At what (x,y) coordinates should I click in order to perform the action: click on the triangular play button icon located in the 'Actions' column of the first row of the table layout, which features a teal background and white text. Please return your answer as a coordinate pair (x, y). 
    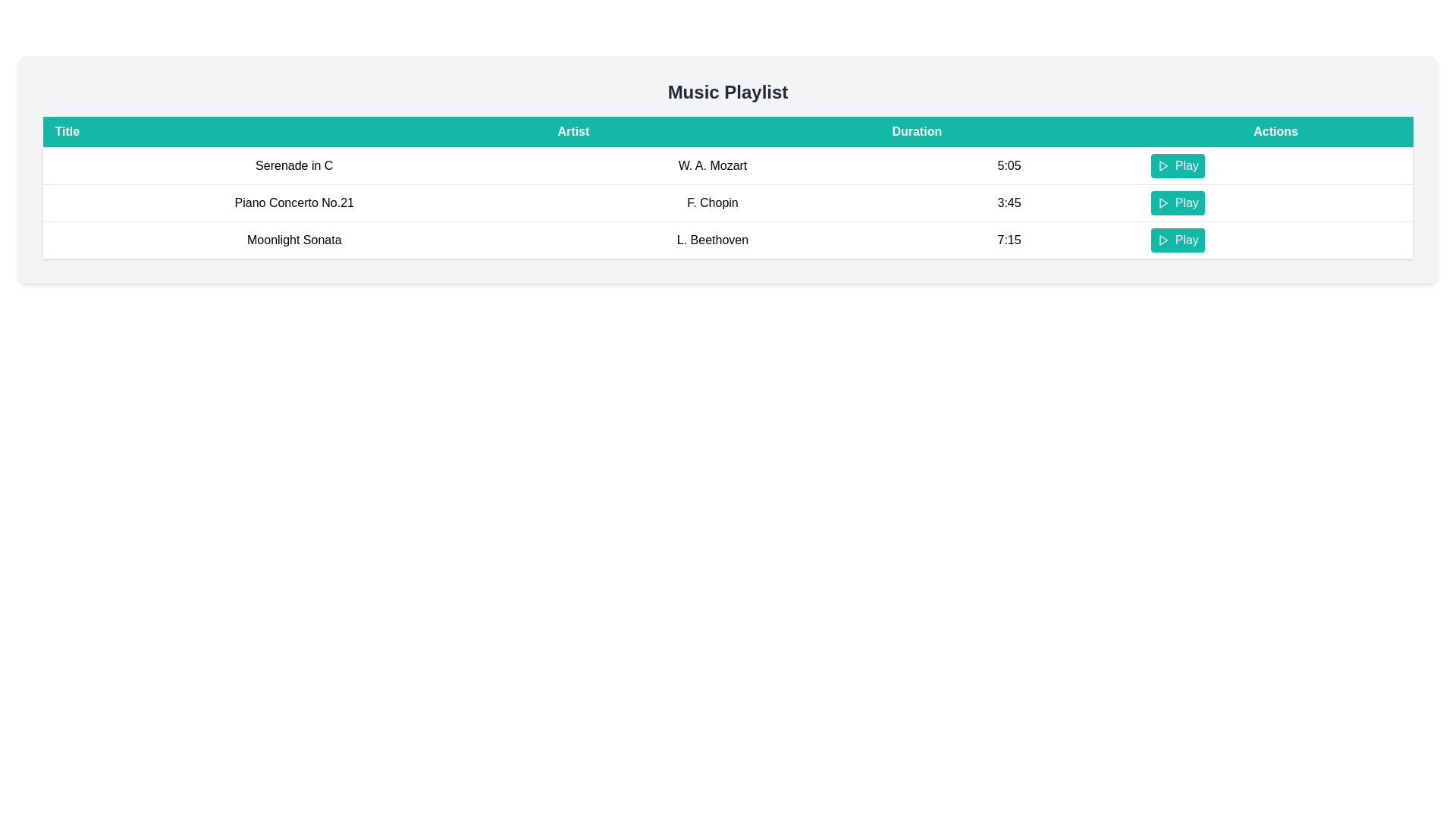
    Looking at the image, I should click on (1162, 166).